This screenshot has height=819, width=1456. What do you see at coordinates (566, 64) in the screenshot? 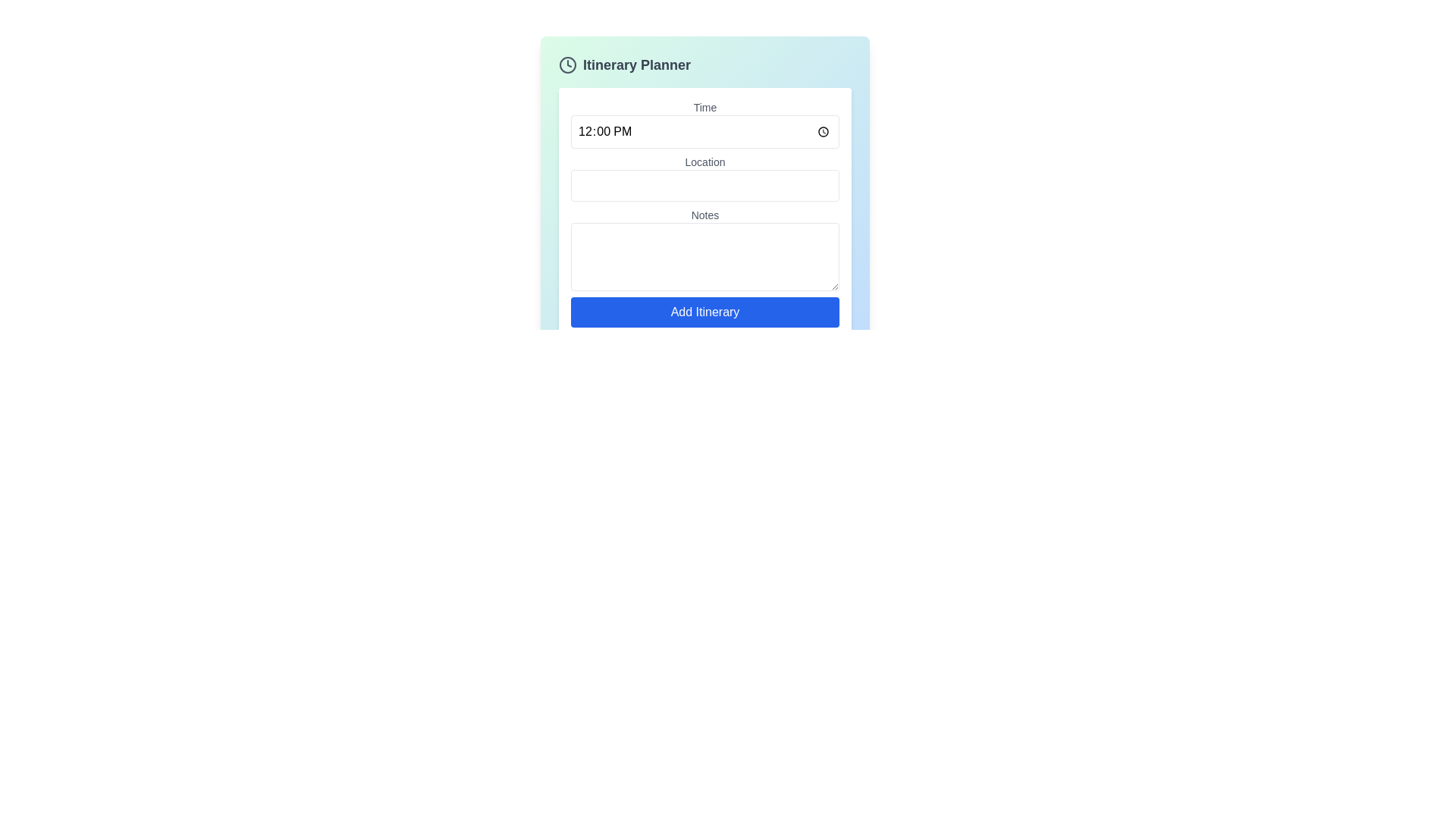
I see `the circular boundary of the clock icon within the SVG graphic, located adjacent to the title 'Itinerary Planner'` at bounding box center [566, 64].